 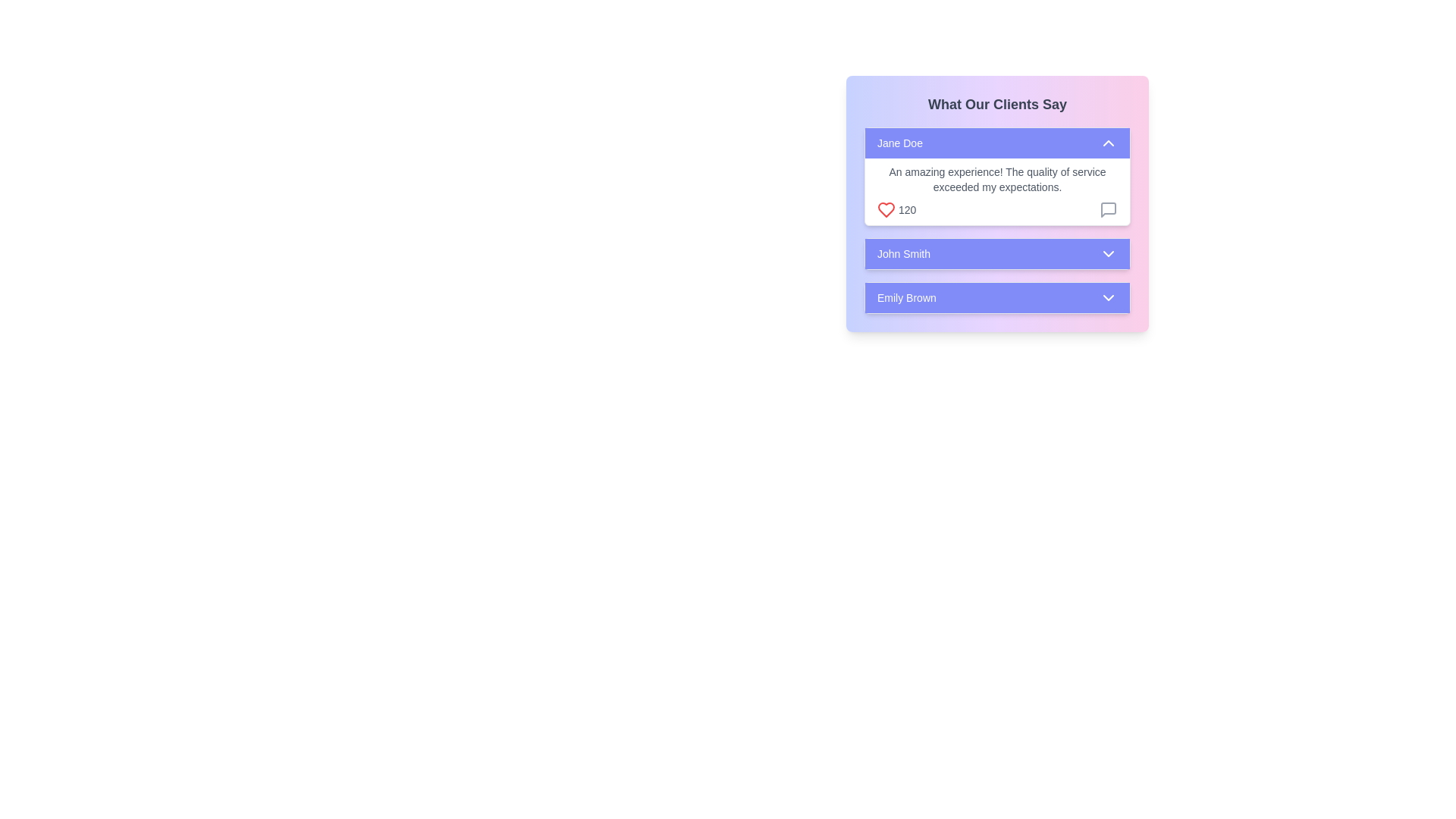 What do you see at coordinates (907, 210) in the screenshot?
I see `numerical text '120' displayed in standard font, located to the immediate right of a heart icon in the 'What Our Clients Say' section` at bounding box center [907, 210].